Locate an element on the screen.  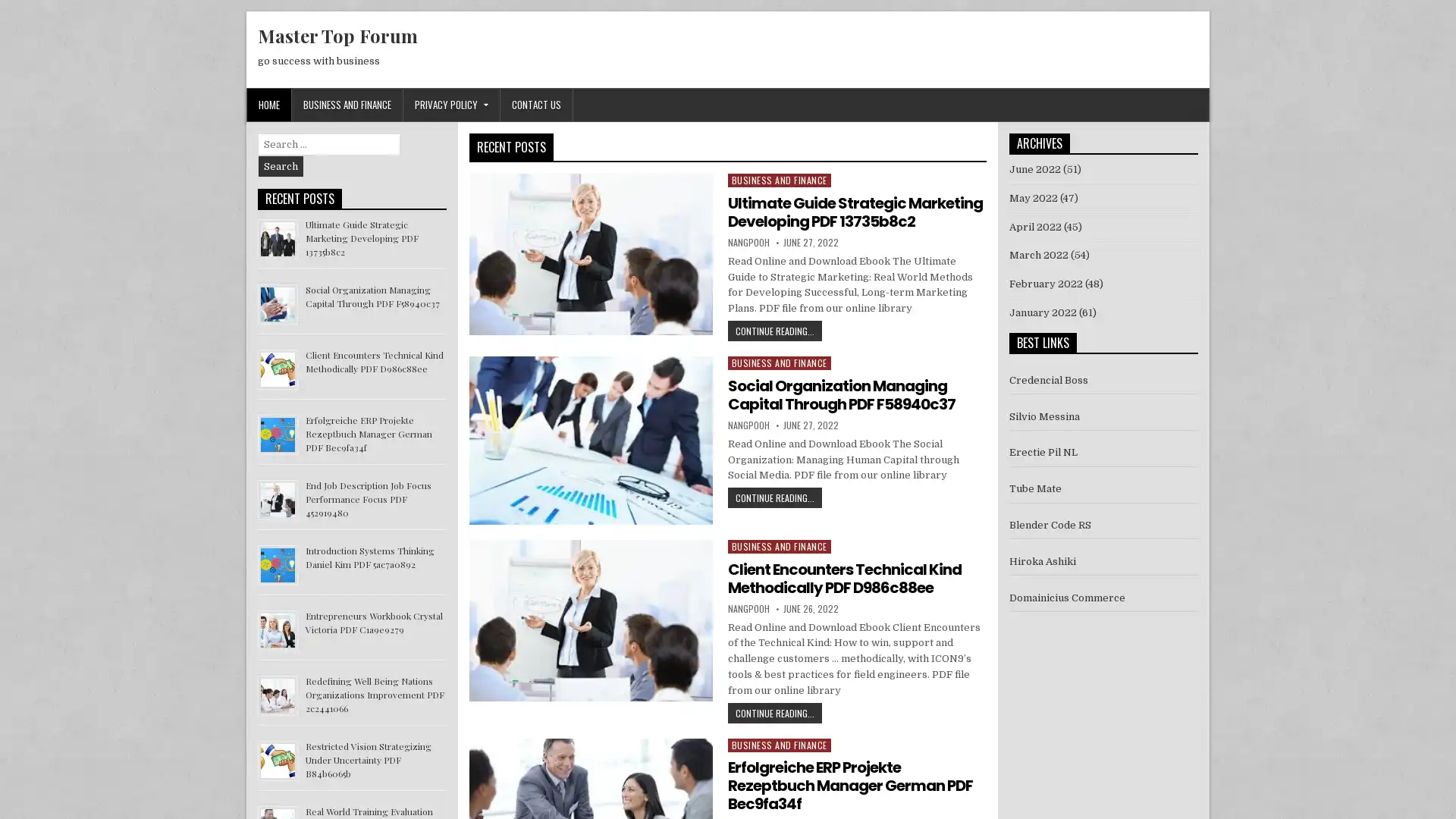
Search is located at coordinates (281, 166).